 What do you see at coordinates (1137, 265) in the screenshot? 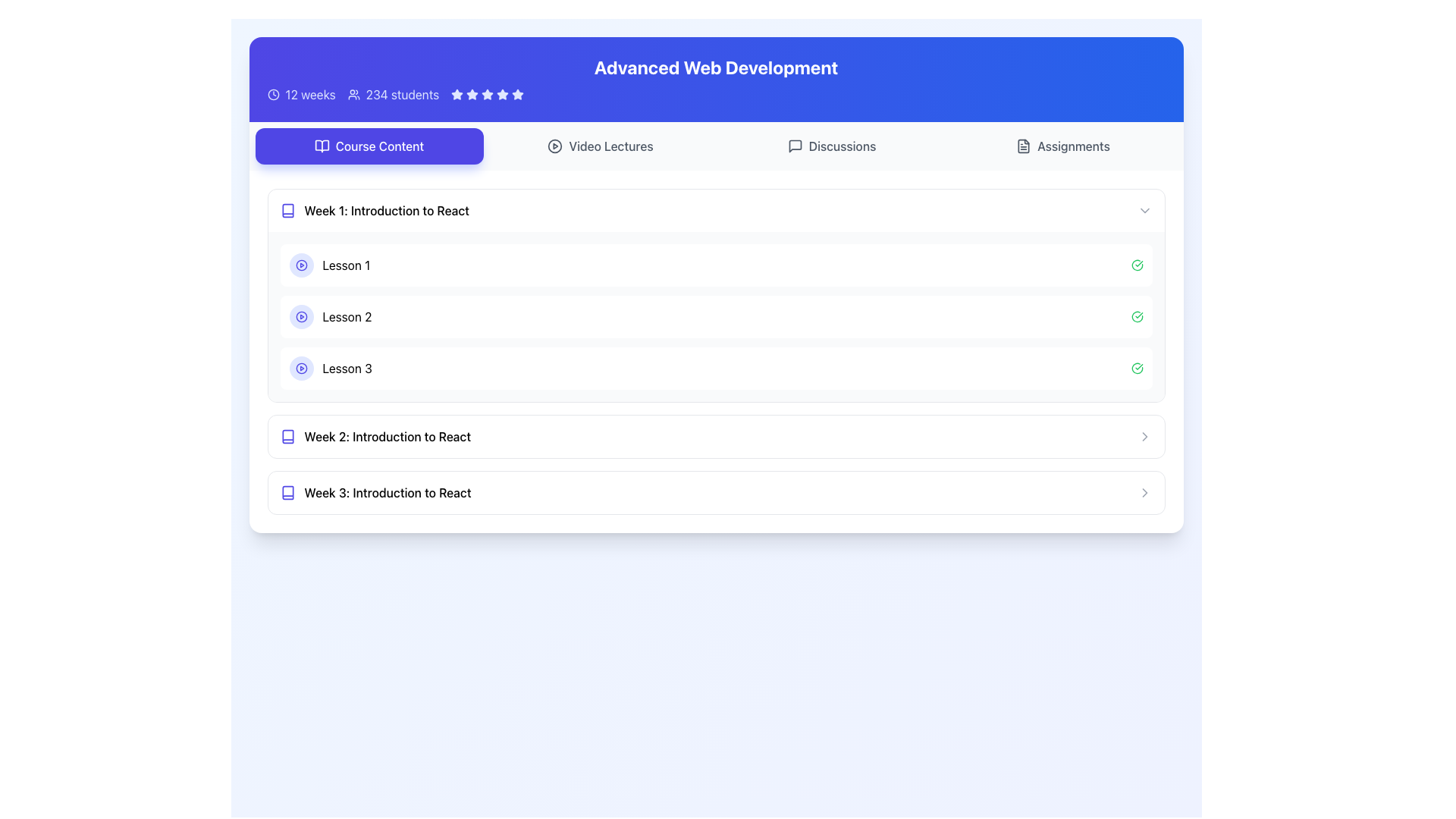
I see `the status indicator icon with a green checkmark inside, located on the right side of the 'Lesson 1' row in the 'Week 1: Introduction to React' section for information` at bounding box center [1137, 265].